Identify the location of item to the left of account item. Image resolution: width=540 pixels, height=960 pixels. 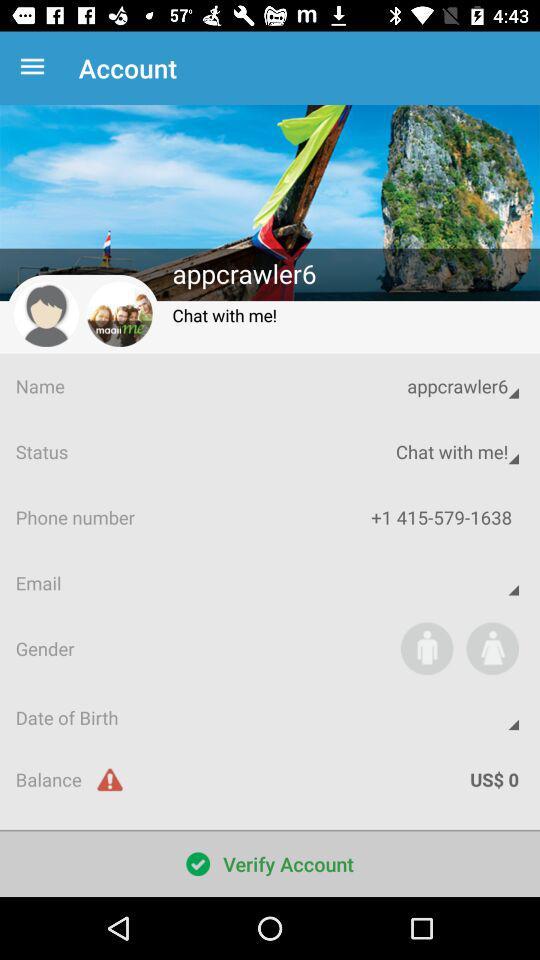
(36, 68).